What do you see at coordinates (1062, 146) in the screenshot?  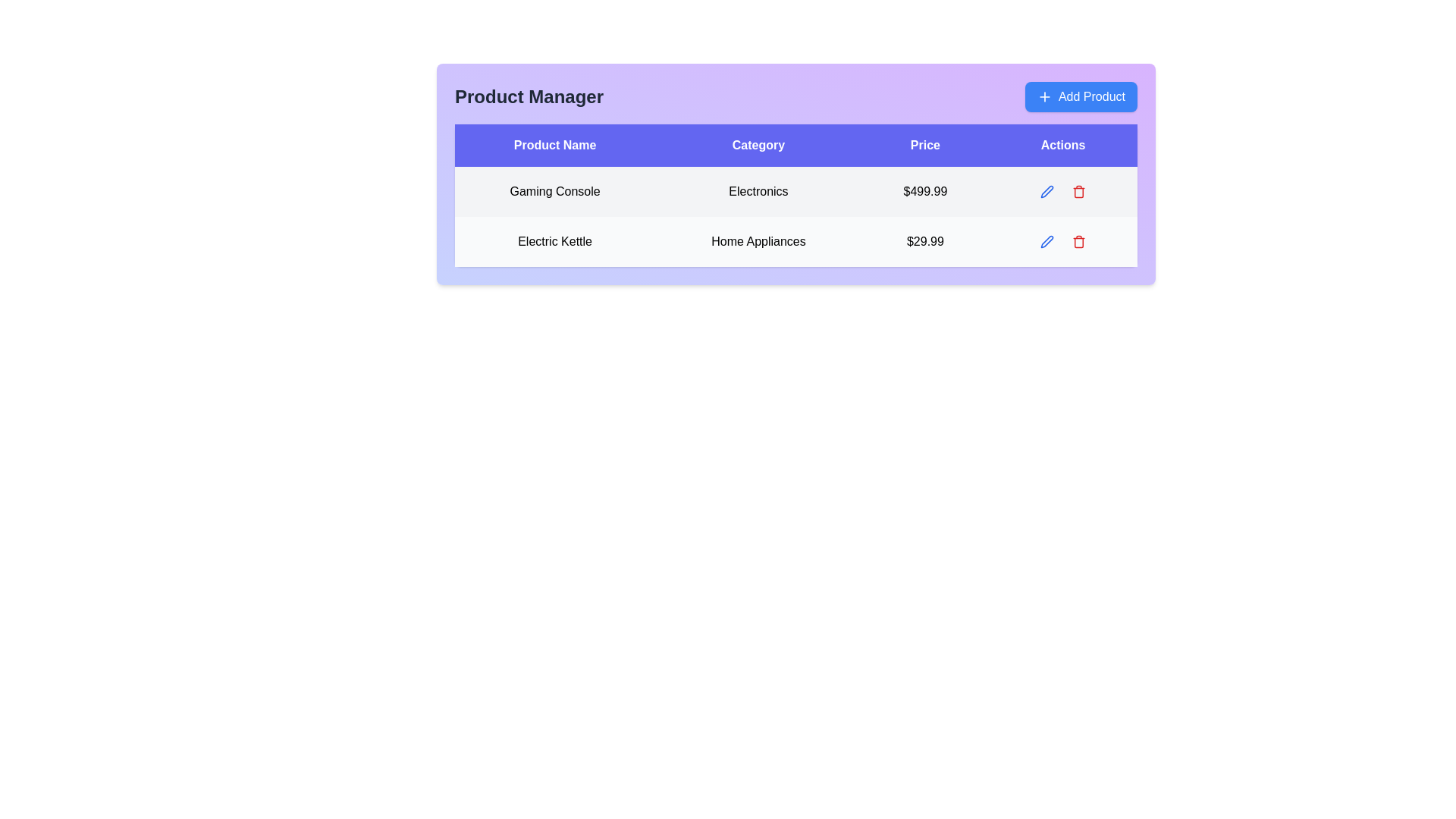 I see `text content of the 'Actions' header label in the table, which is the fourth column header located at the top of the table` at bounding box center [1062, 146].